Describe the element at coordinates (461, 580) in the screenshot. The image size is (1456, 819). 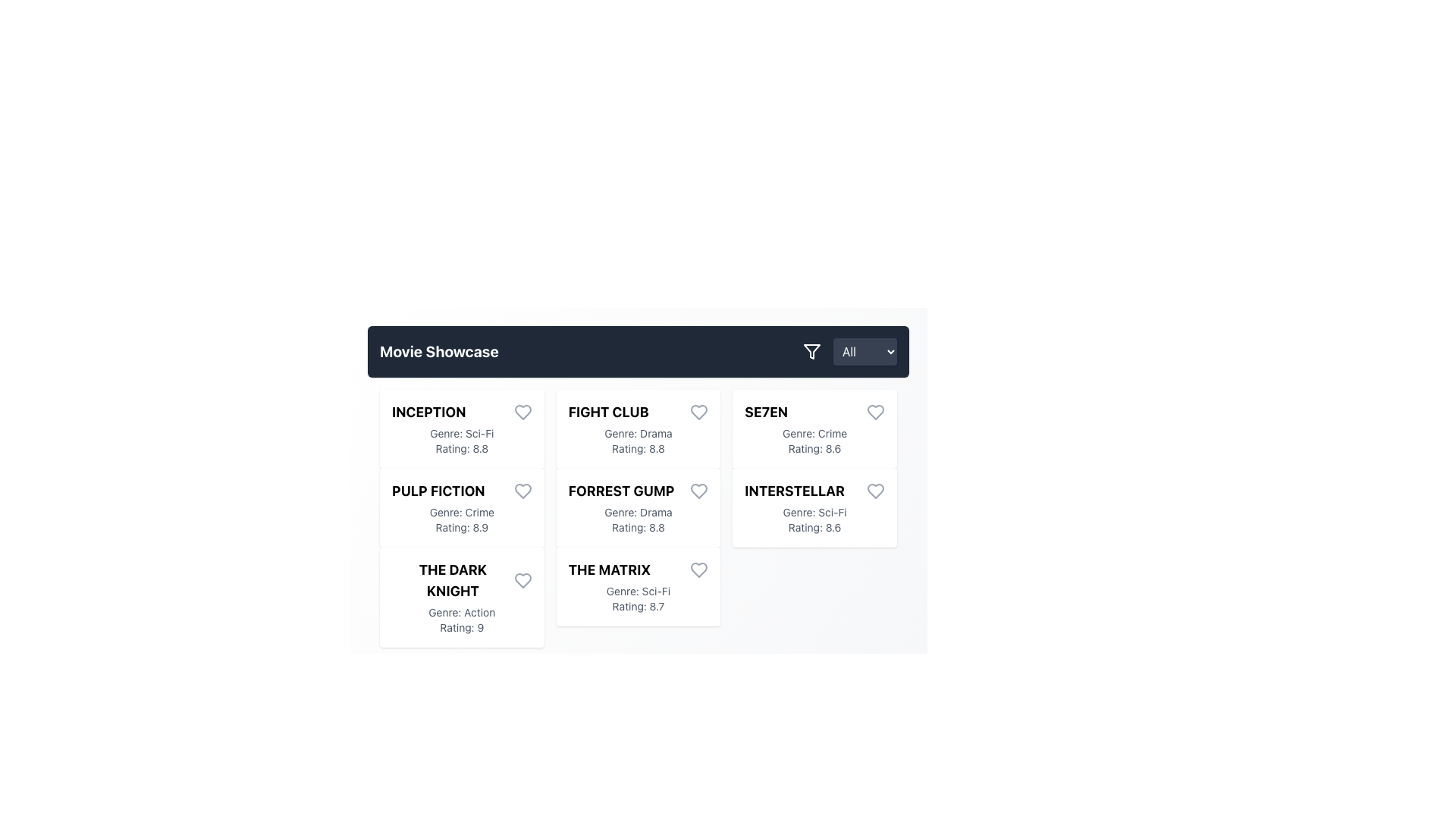
I see `the text label displaying 'THE DARK KNIGHT' in bold, uppercase letters, which is located at the top of the third card in the movie display grid` at that location.